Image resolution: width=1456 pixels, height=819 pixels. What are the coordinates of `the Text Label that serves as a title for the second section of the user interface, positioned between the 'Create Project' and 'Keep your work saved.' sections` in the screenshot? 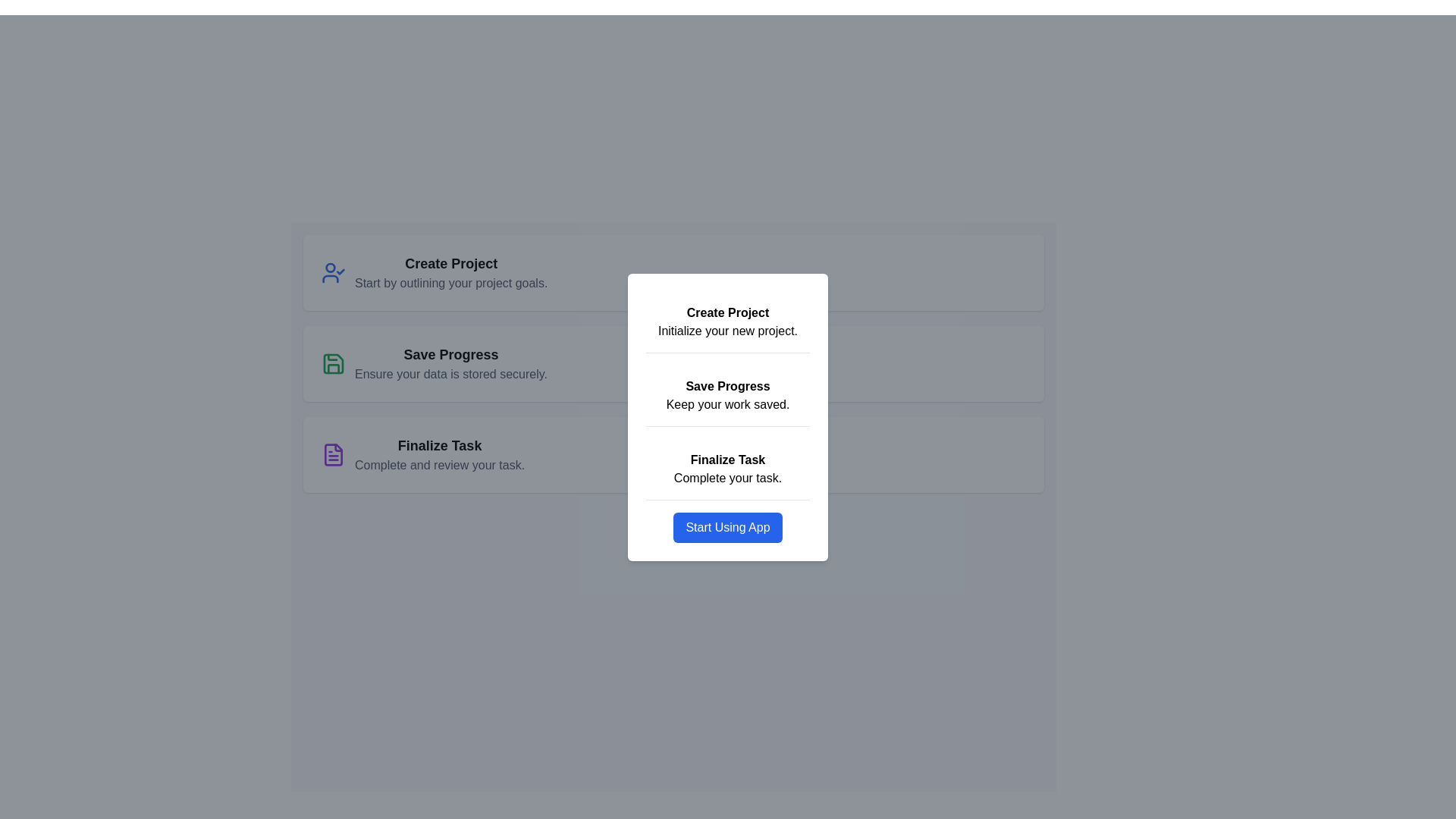 It's located at (728, 385).